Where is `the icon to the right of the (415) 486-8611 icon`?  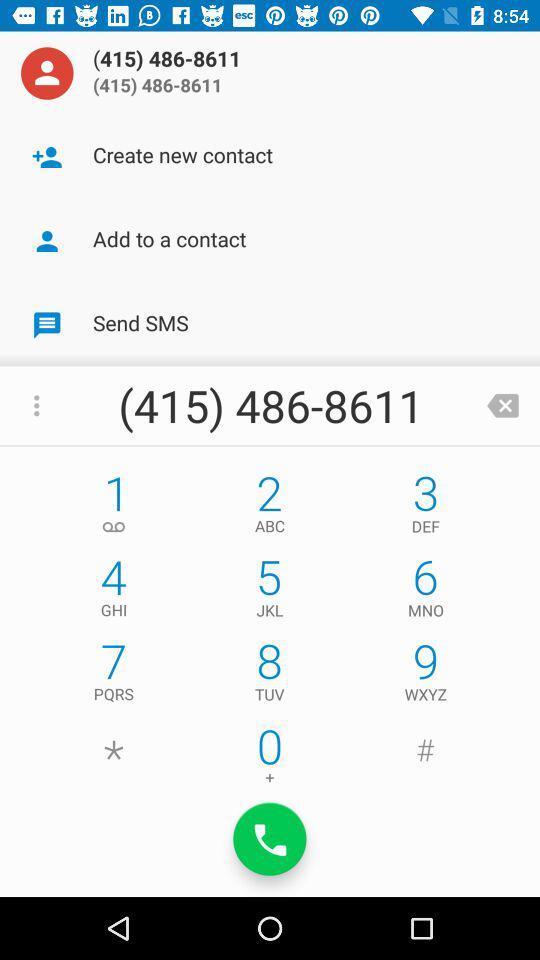 the icon to the right of the (415) 486-8611 icon is located at coordinates (502, 404).